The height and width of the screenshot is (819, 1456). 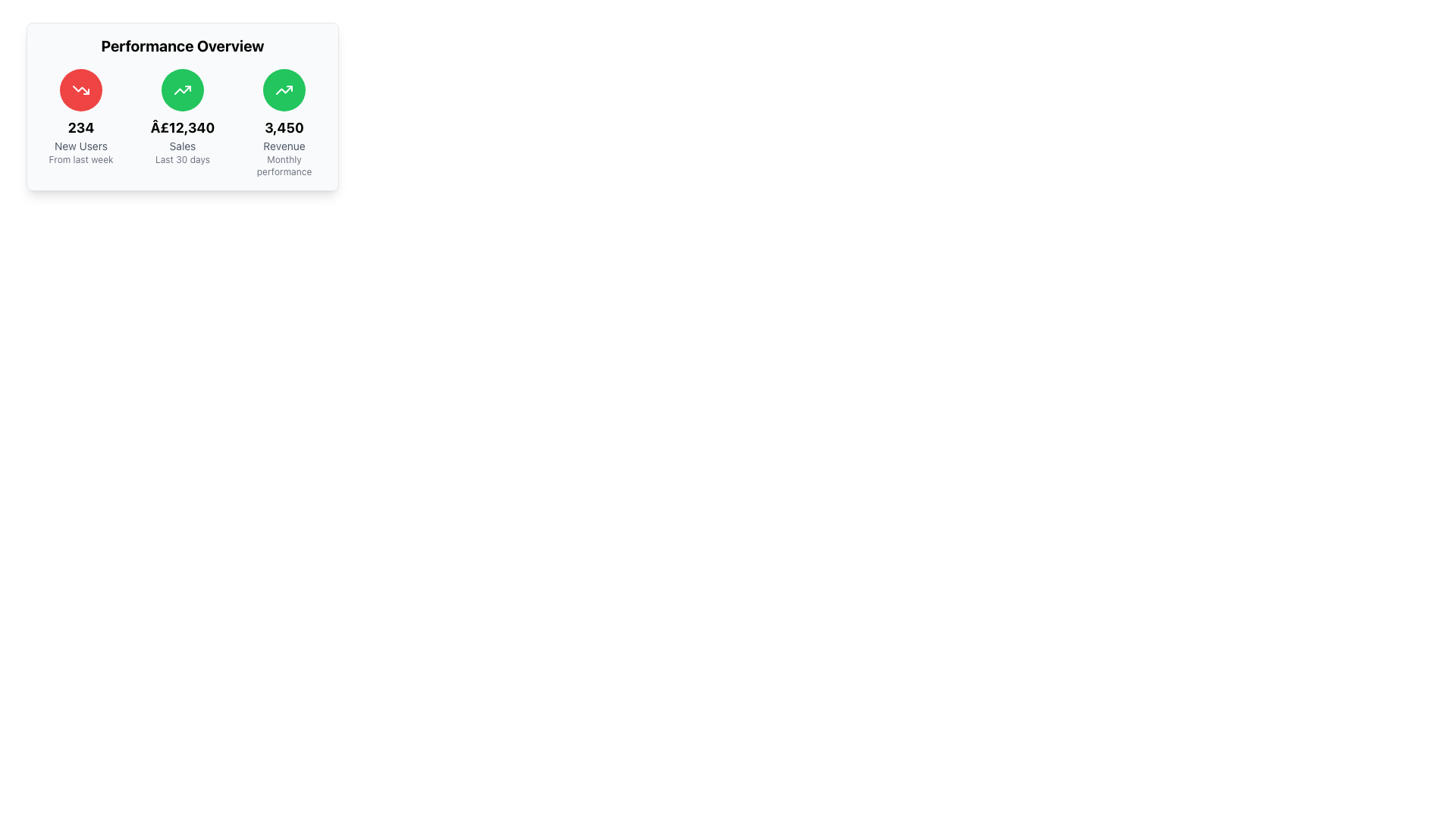 I want to click on the first SVG Icon in the 'Performance Overview' card that symbolizes a decrease or downward trend, so click(x=80, y=90).